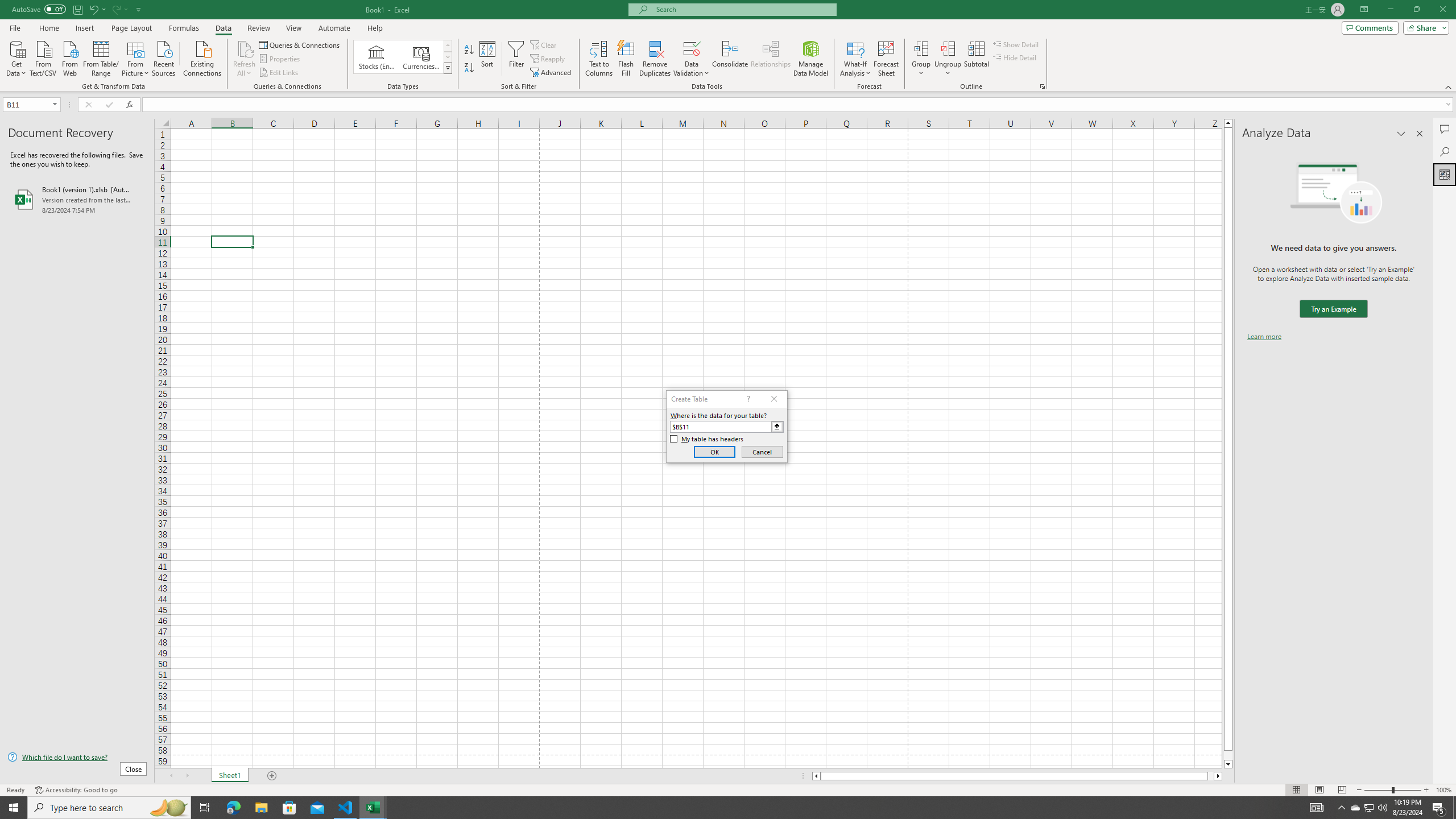 This screenshot has height=819, width=1456. Describe the element at coordinates (655, 59) in the screenshot. I see `'Remove Duplicates'` at that location.